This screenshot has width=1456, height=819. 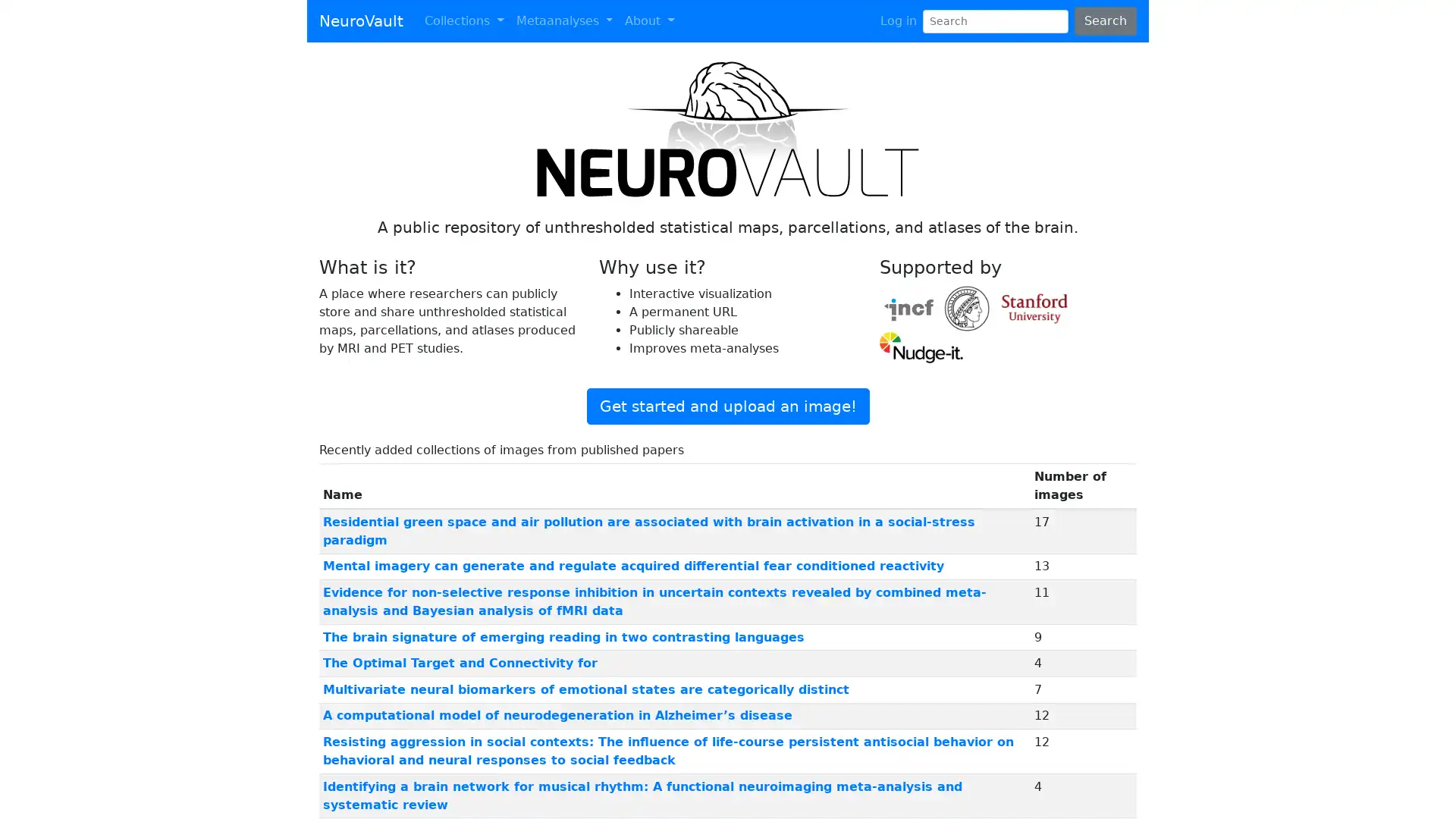 I want to click on Search, so click(x=1105, y=20).